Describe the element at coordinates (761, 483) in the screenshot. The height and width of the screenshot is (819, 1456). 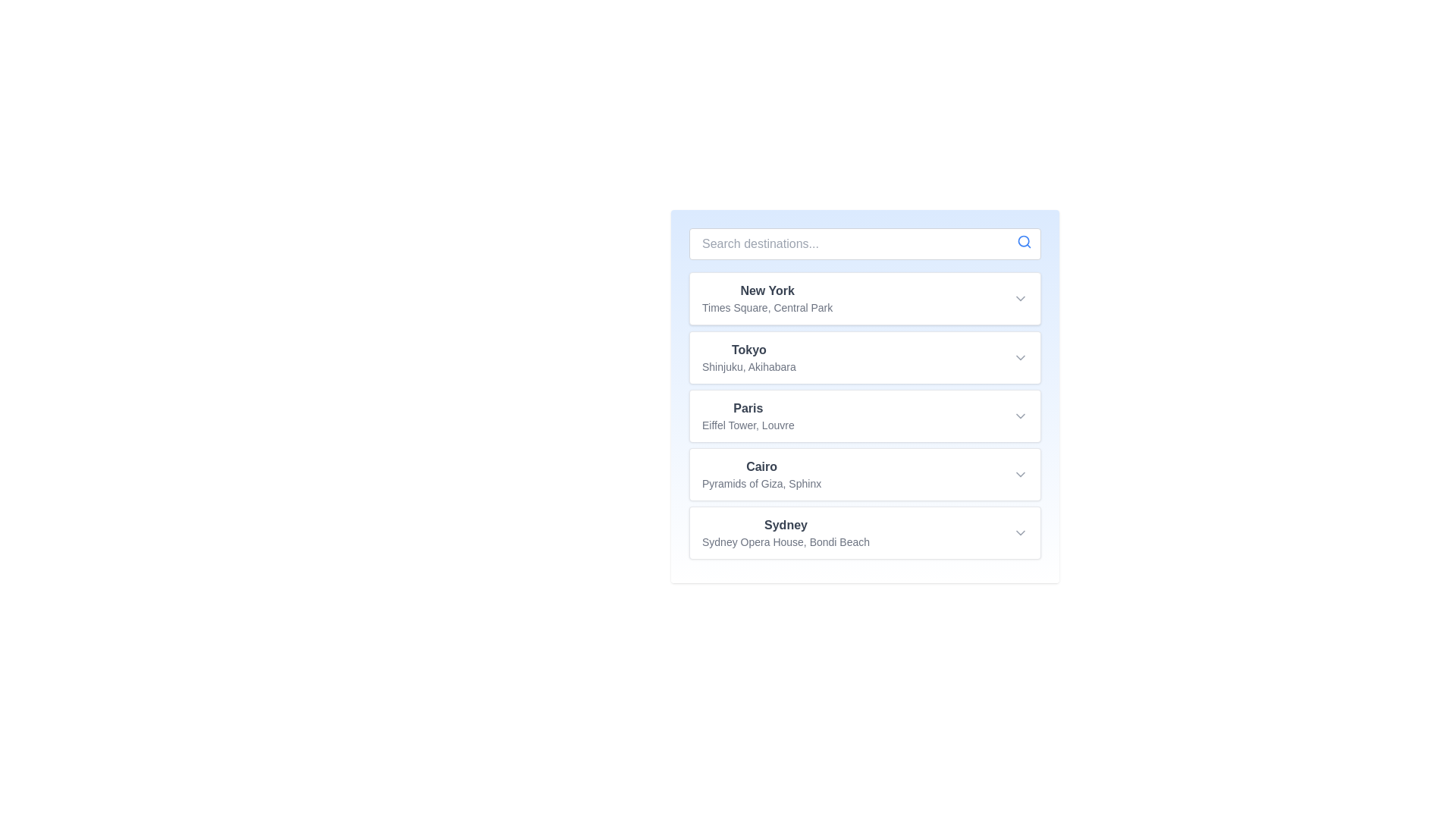
I see `the Text label displaying 'Pyramids of Giza, Sphinx', which is located directly below the title 'Cairo' in the list of destinations` at that location.